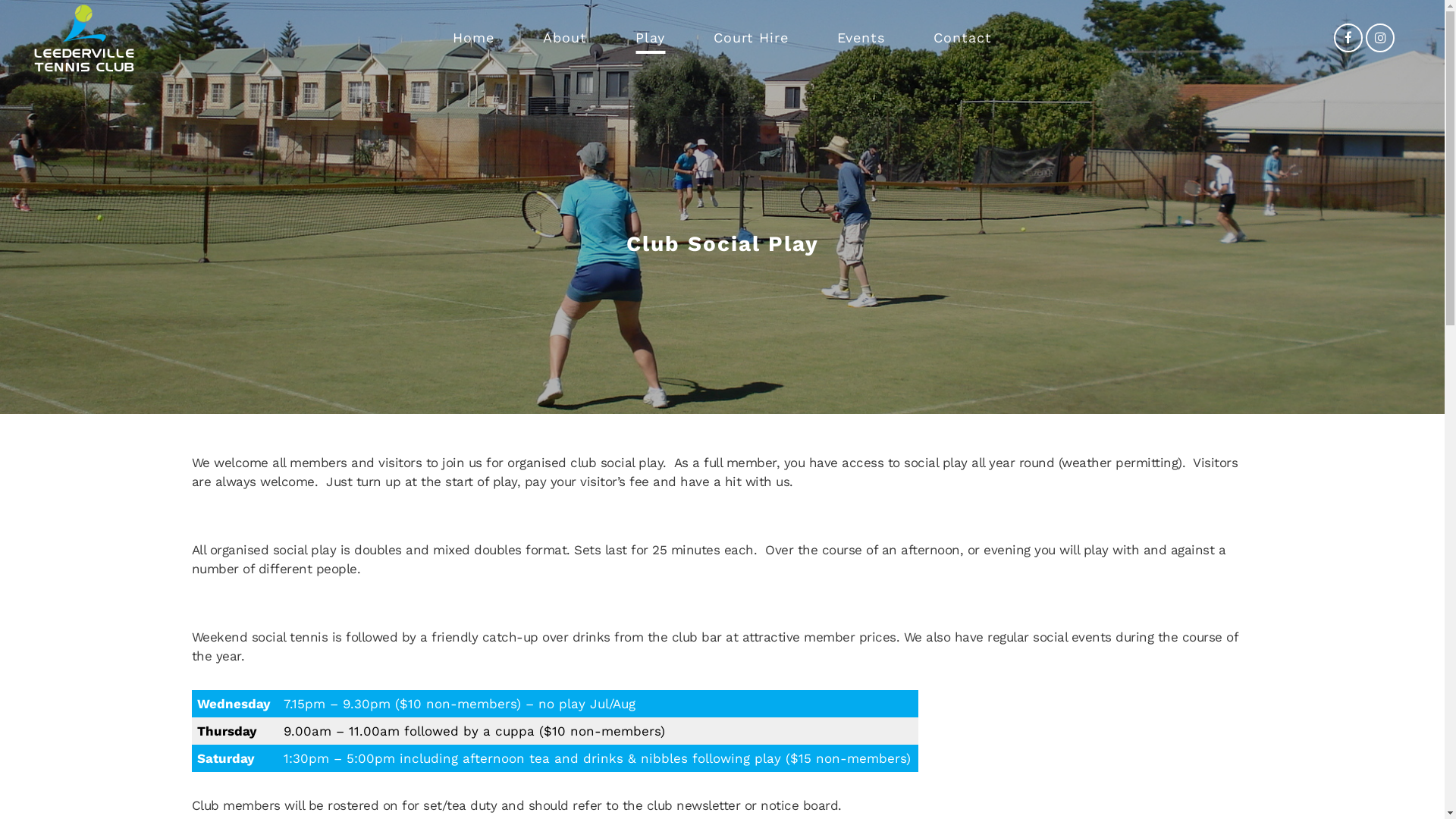 Image resolution: width=1456 pixels, height=819 pixels. Describe the element at coordinates (472, 37) in the screenshot. I see `'Home'` at that location.